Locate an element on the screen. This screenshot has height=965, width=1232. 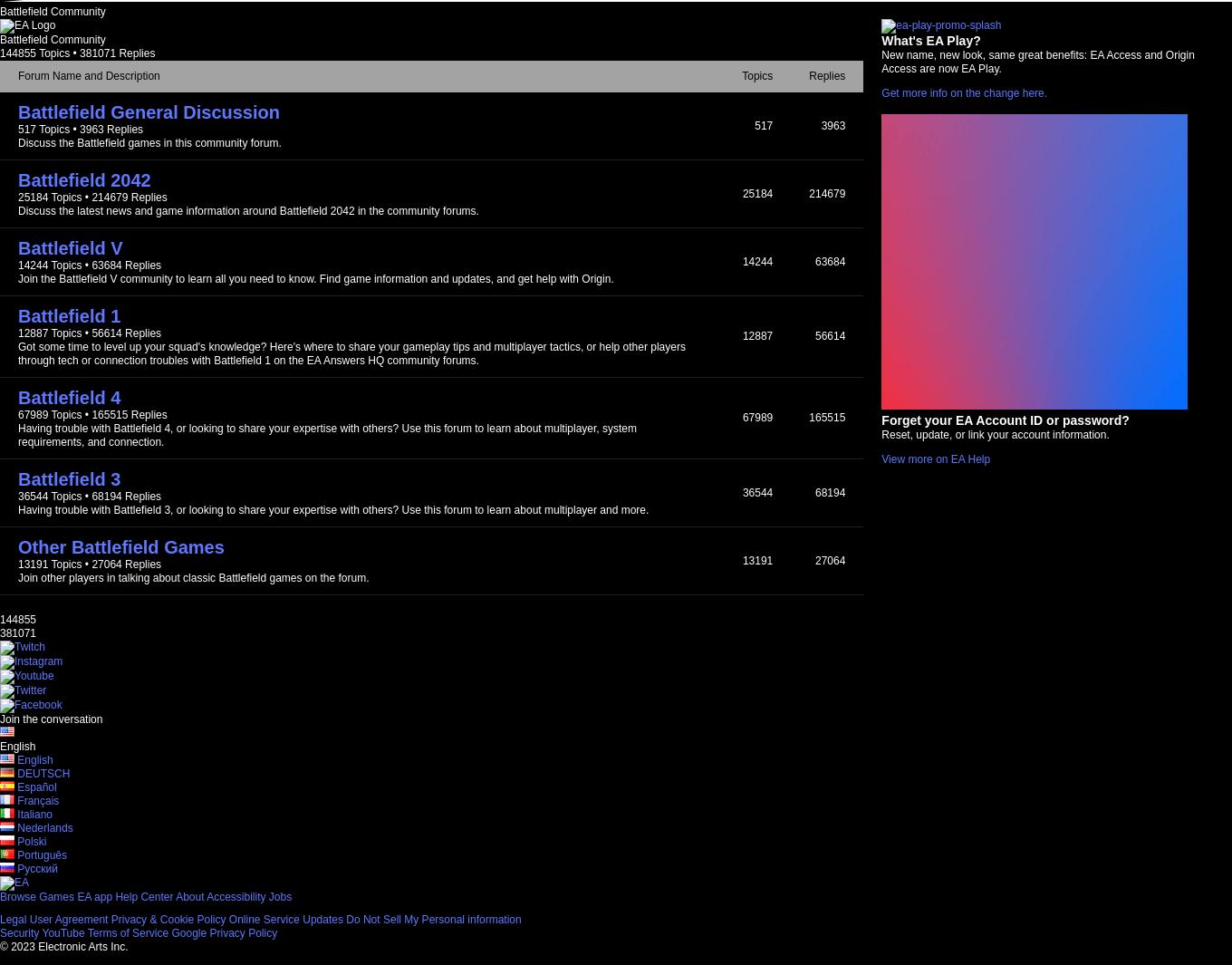
'YouTube Terms of Service' is located at coordinates (105, 932).